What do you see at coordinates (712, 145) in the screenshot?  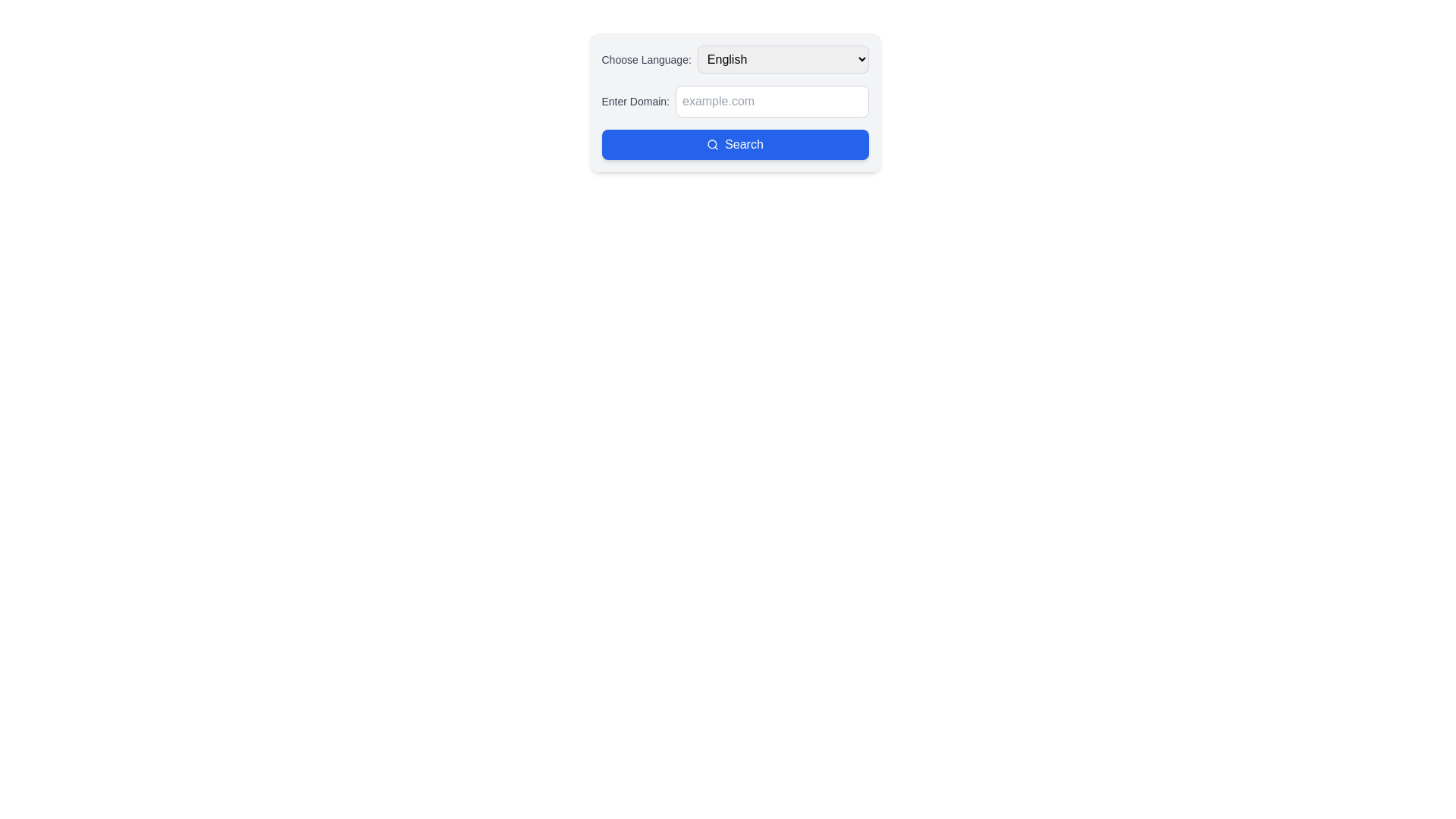 I see `the blue 'Search' button which contains a small magnifying glass icon to the left of the 'Search' label` at bounding box center [712, 145].